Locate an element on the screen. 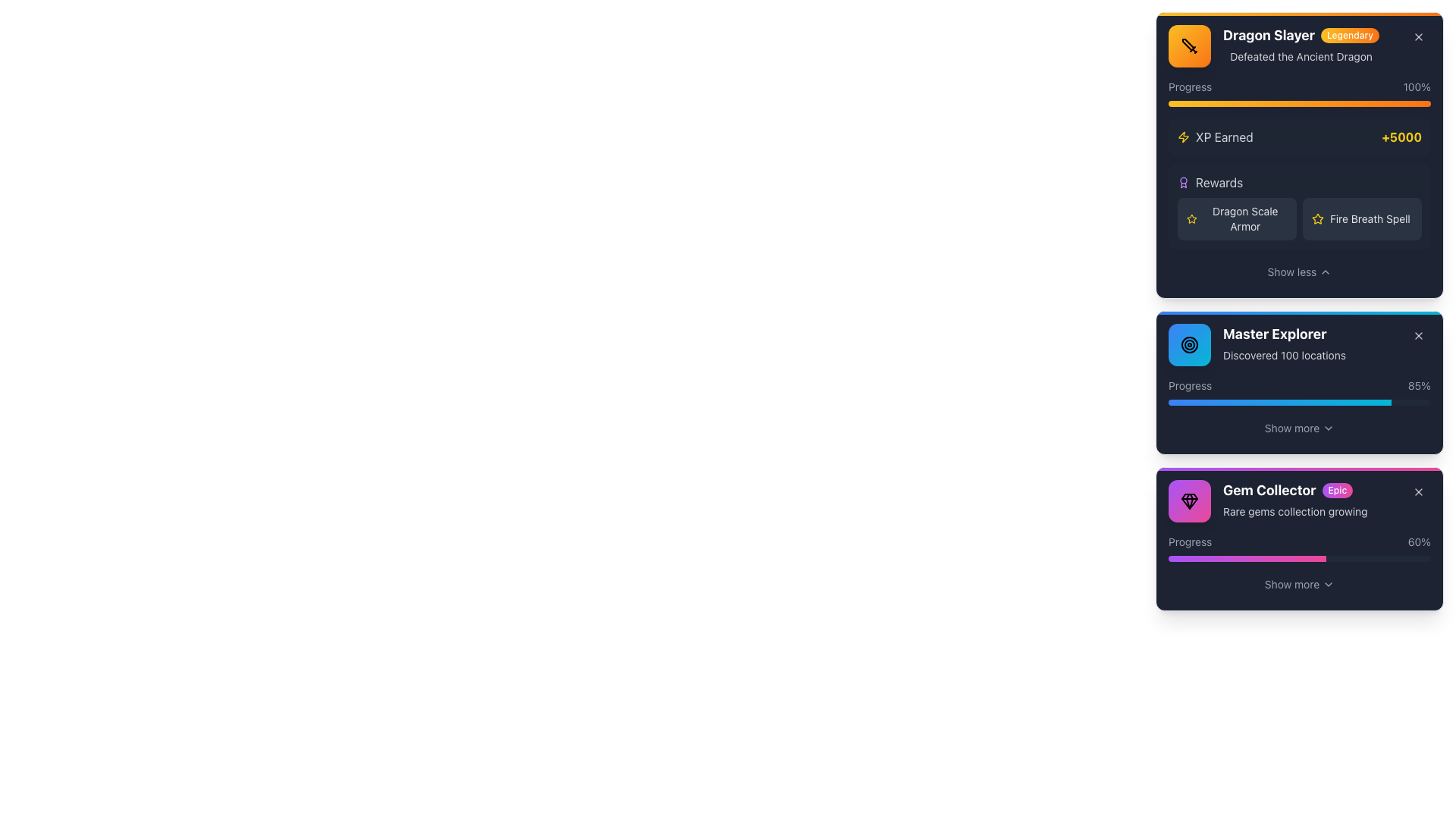  the progress bar located at the bottom section of the 'Gem Collector' card, beneath the text 'Progress' and next to the percentage '60%' is located at coordinates (1298, 558).